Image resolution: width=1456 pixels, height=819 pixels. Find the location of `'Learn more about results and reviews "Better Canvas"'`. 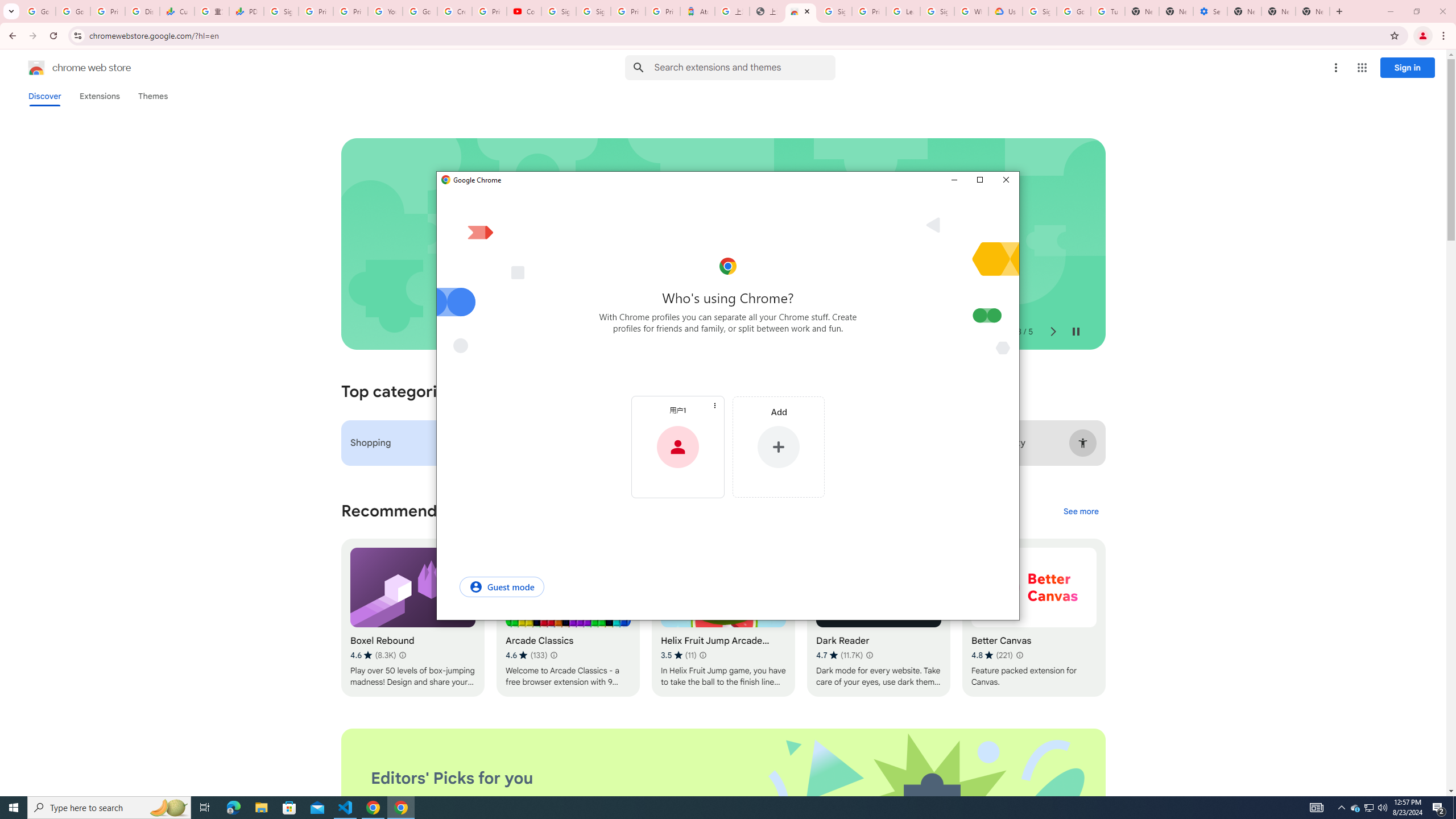

'Learn more about results and reviews "Better Canvas"' is located at coordinates (1019, 655).